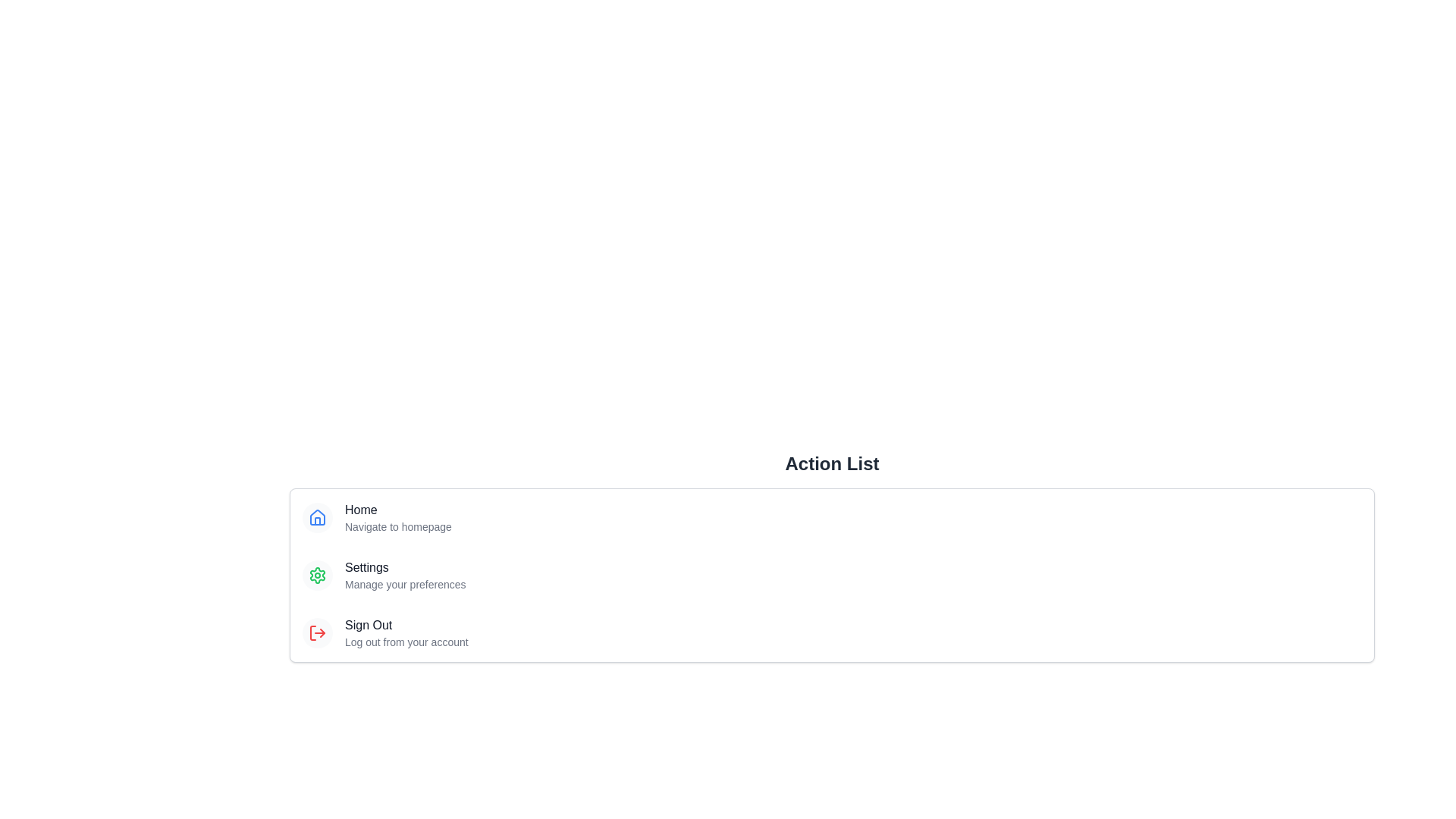  What do you see at coordinates (398, 526) in the screenshot?
I see `the static text element displaying 'Navigate to homepage', which is styled in light gray and positioned below the 'Home' label` at bounding box center [398, 526].